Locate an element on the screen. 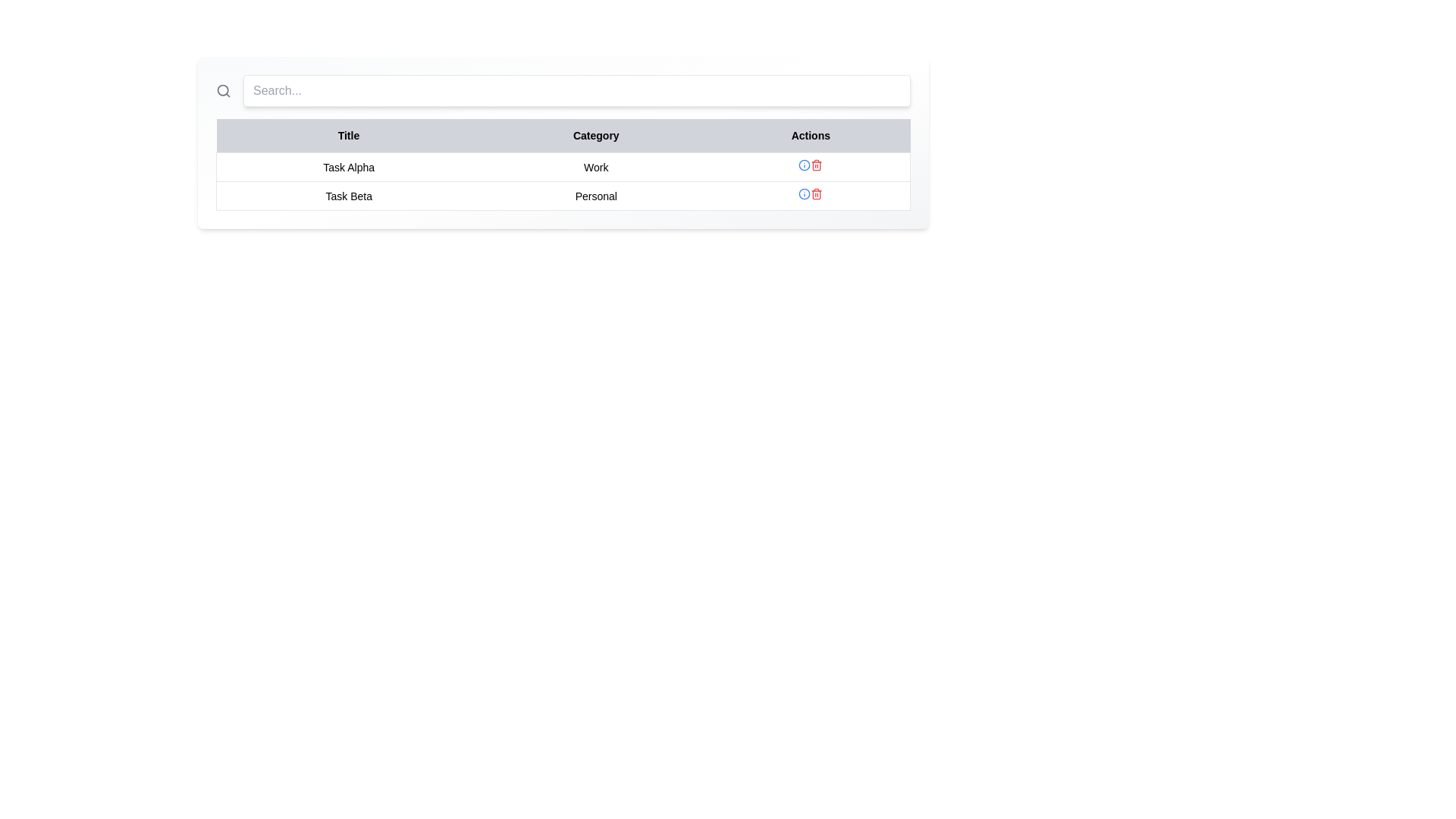 Image resolution: width=1456 pixels, height=819 pixels. the delete button in the 'Actions' column of the second row, adjacent to the blue info icon is located at coordinates (816, 193).